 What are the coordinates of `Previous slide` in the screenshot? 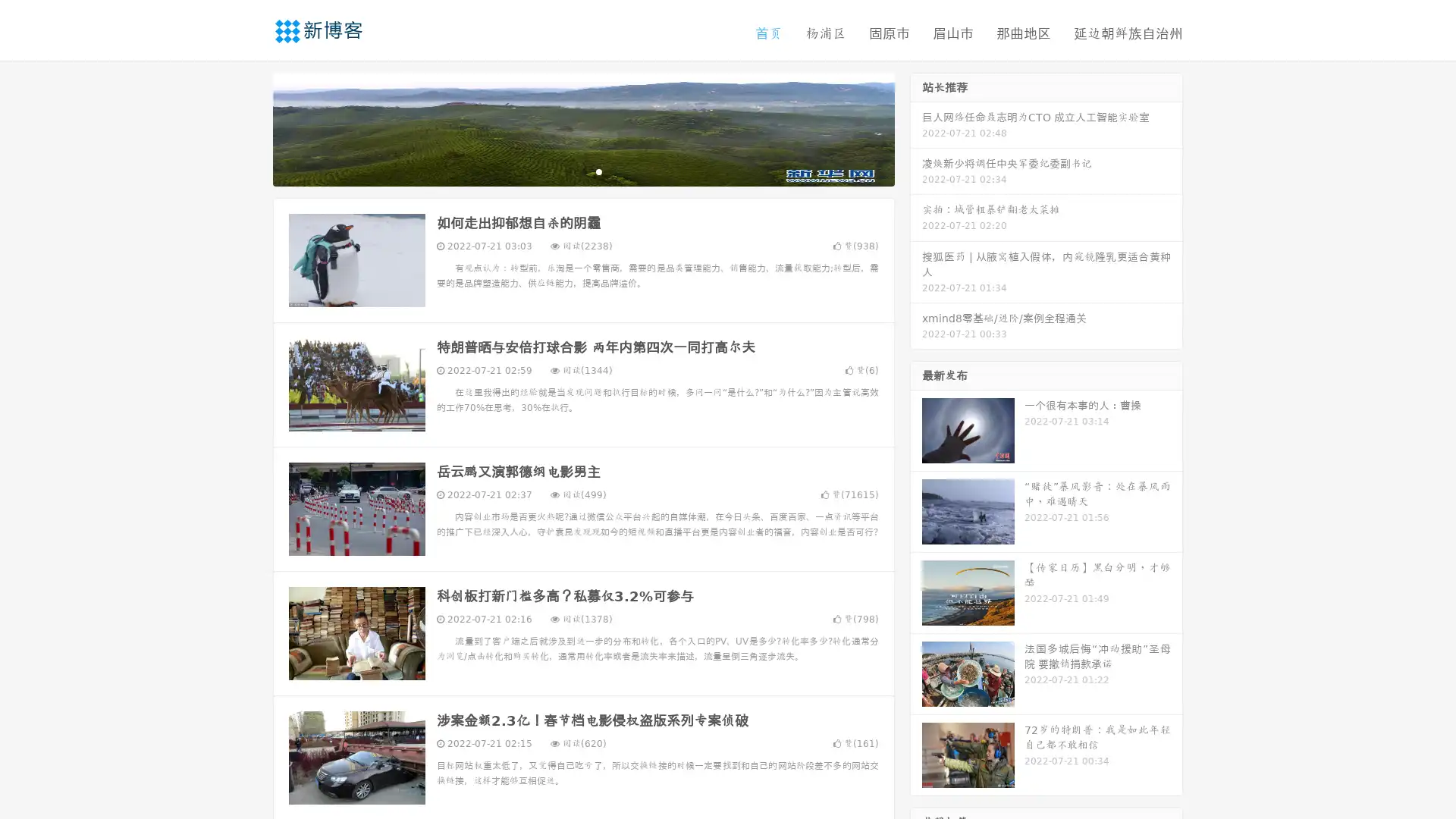 It's located at (250, 127).